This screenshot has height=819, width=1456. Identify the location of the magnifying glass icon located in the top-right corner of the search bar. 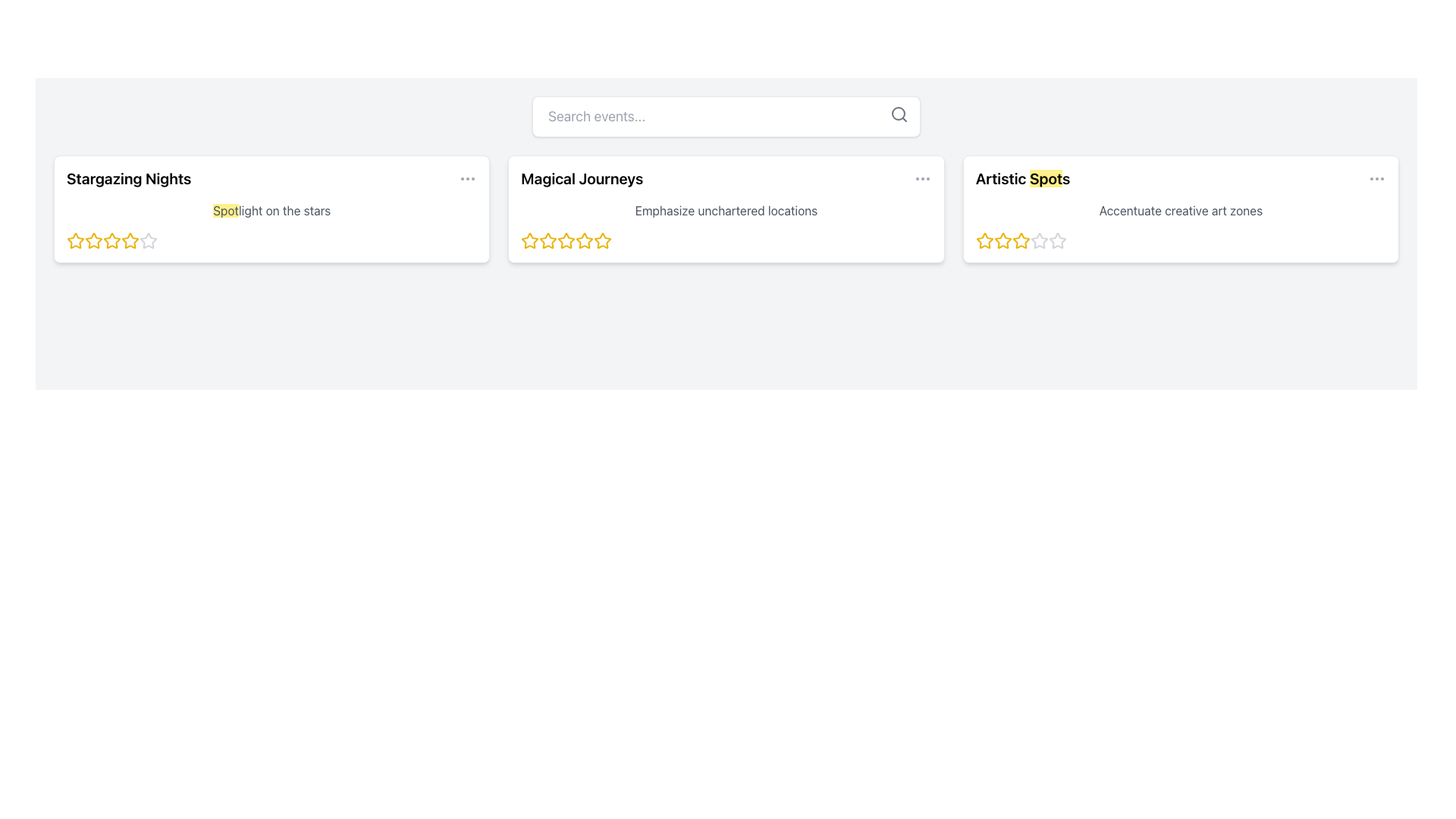
(899, 113).